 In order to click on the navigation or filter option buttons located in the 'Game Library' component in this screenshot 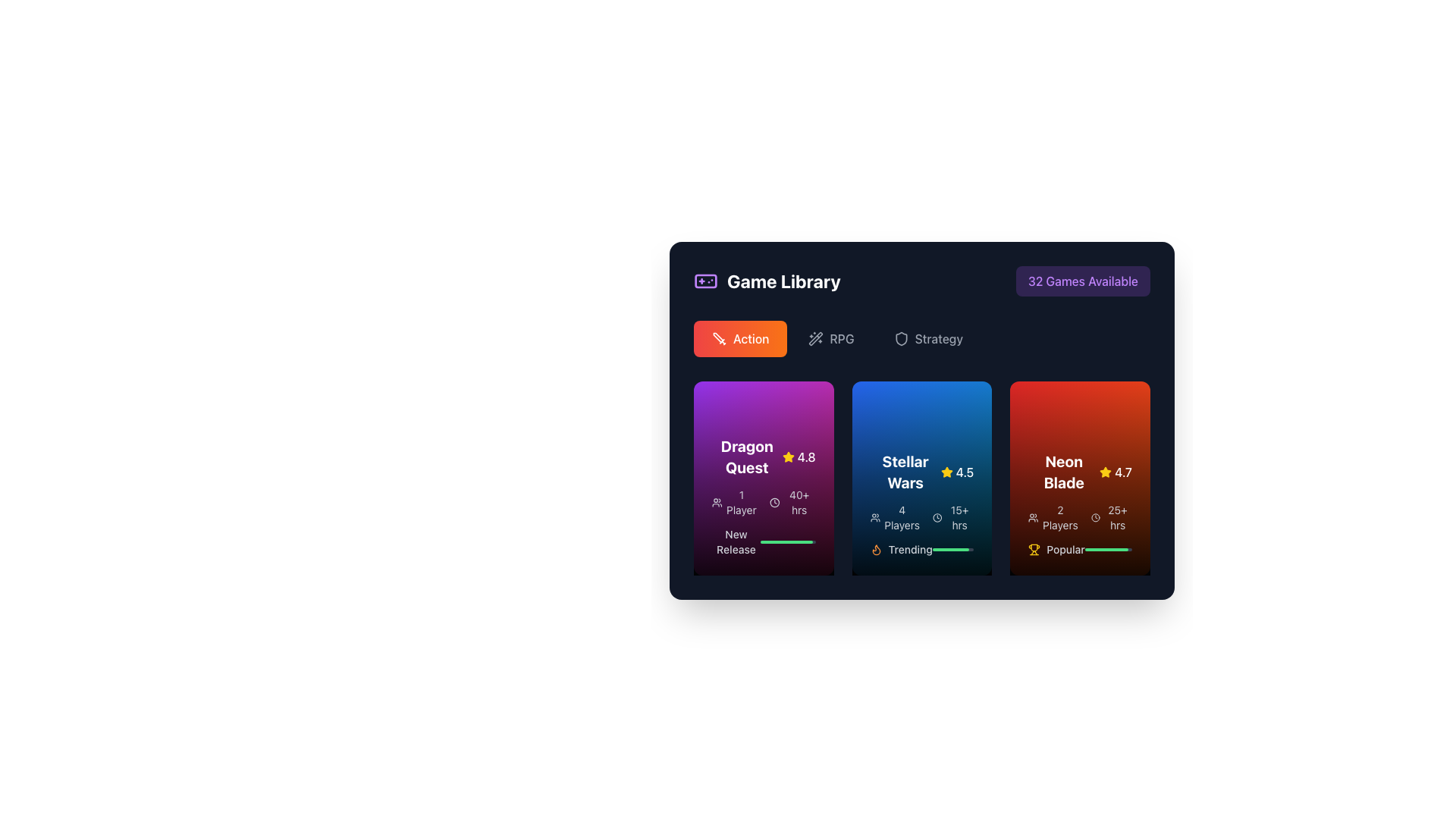, I will do `click(921, 338)`.